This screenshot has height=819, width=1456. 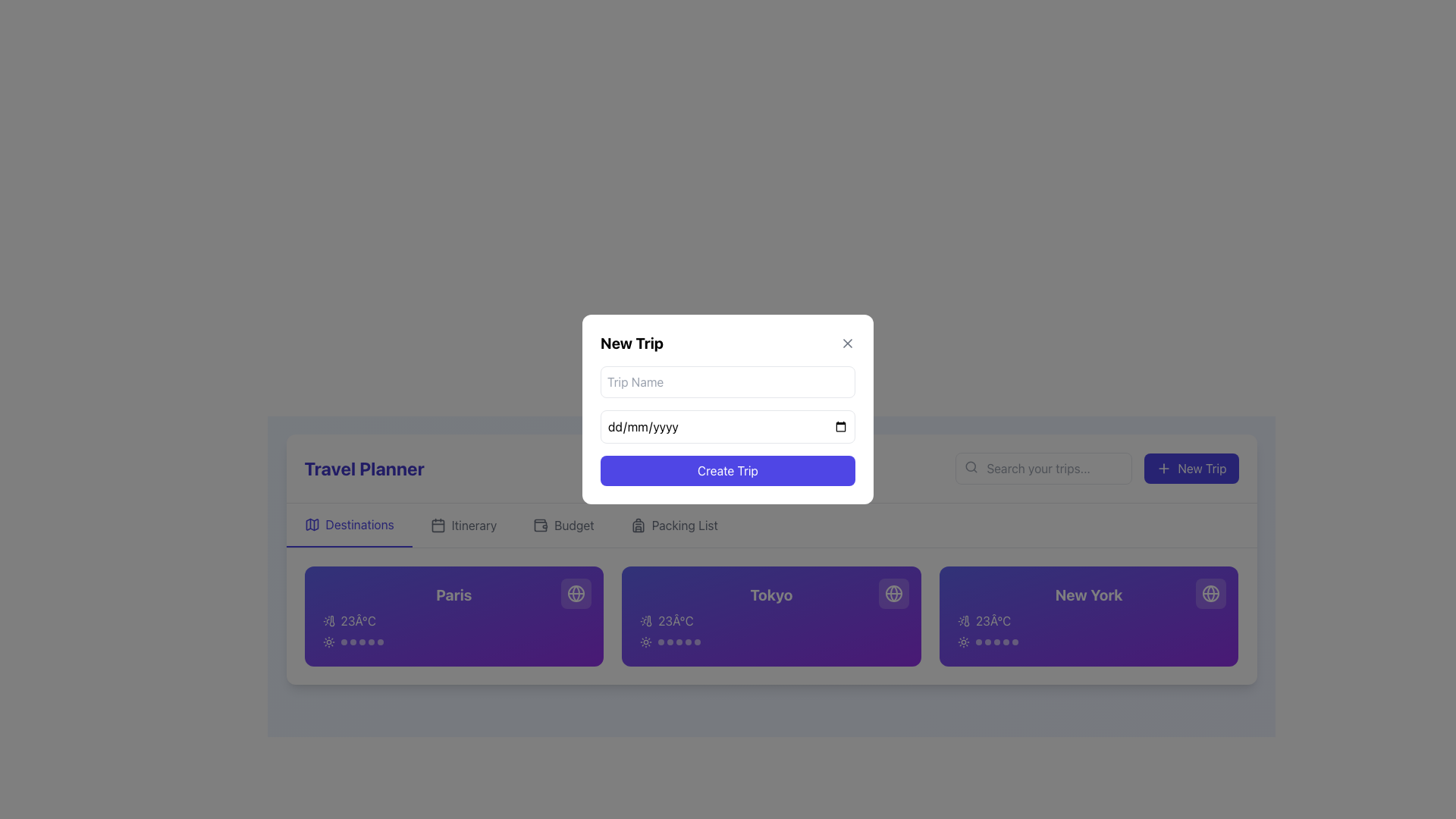 I want to click on the small wallet icon located in the top-right corner of the interface, so click(x=541, y=522).